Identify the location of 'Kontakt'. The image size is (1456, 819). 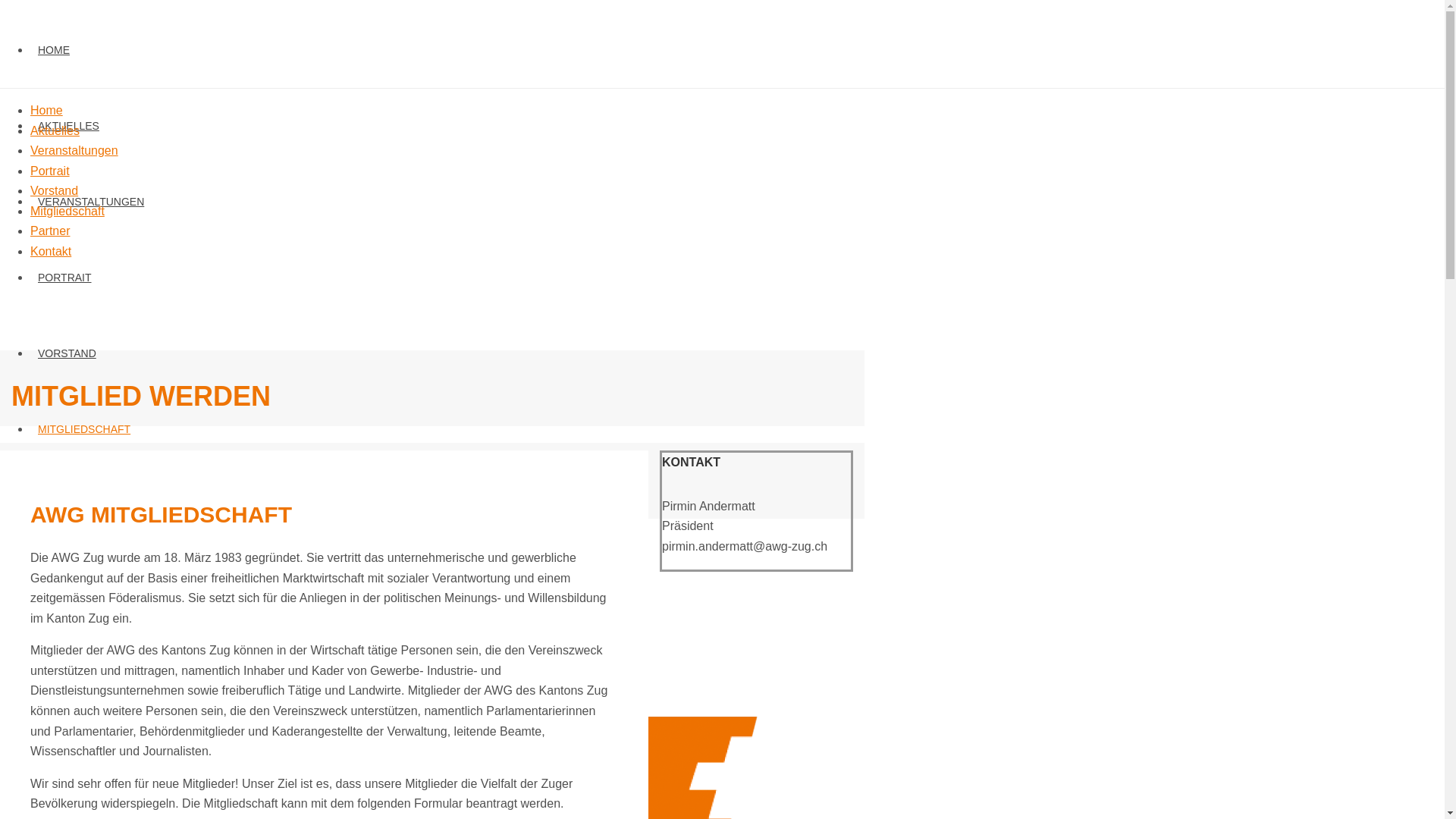
(51, 250).